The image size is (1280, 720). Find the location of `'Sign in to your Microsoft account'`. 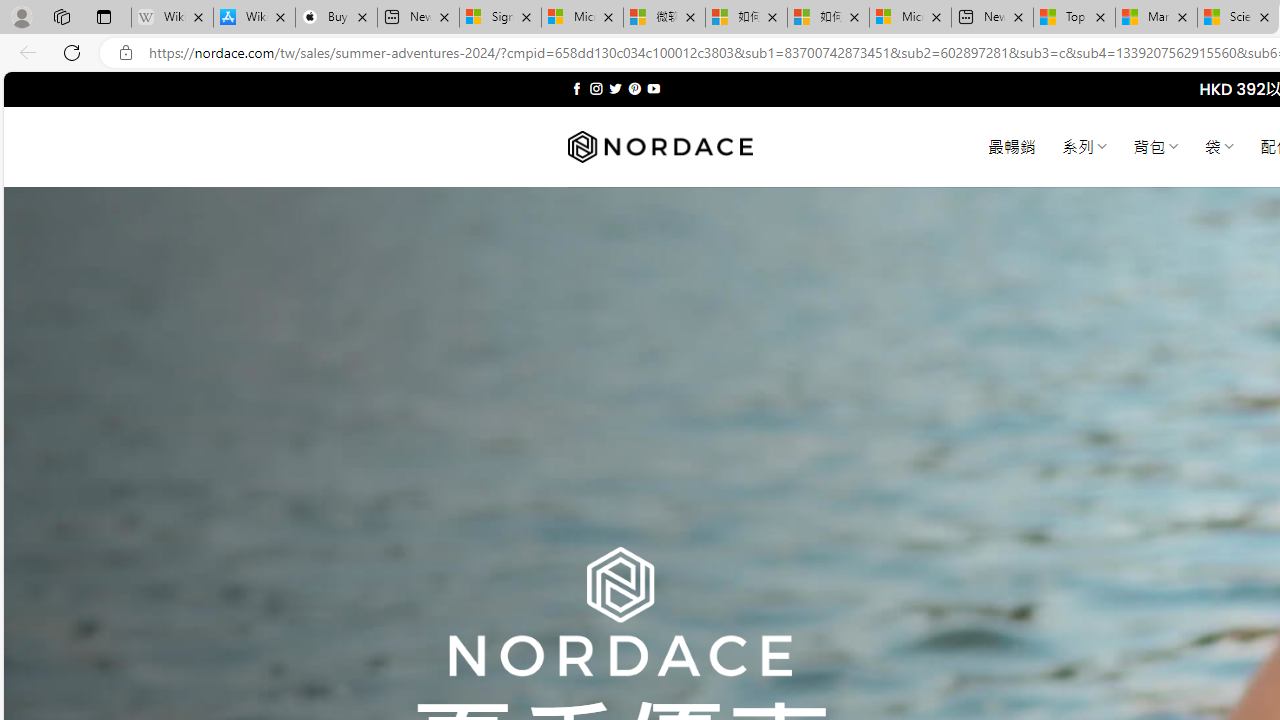

'Sign in to your Microsoft account' is located at coordinates (500, 17).